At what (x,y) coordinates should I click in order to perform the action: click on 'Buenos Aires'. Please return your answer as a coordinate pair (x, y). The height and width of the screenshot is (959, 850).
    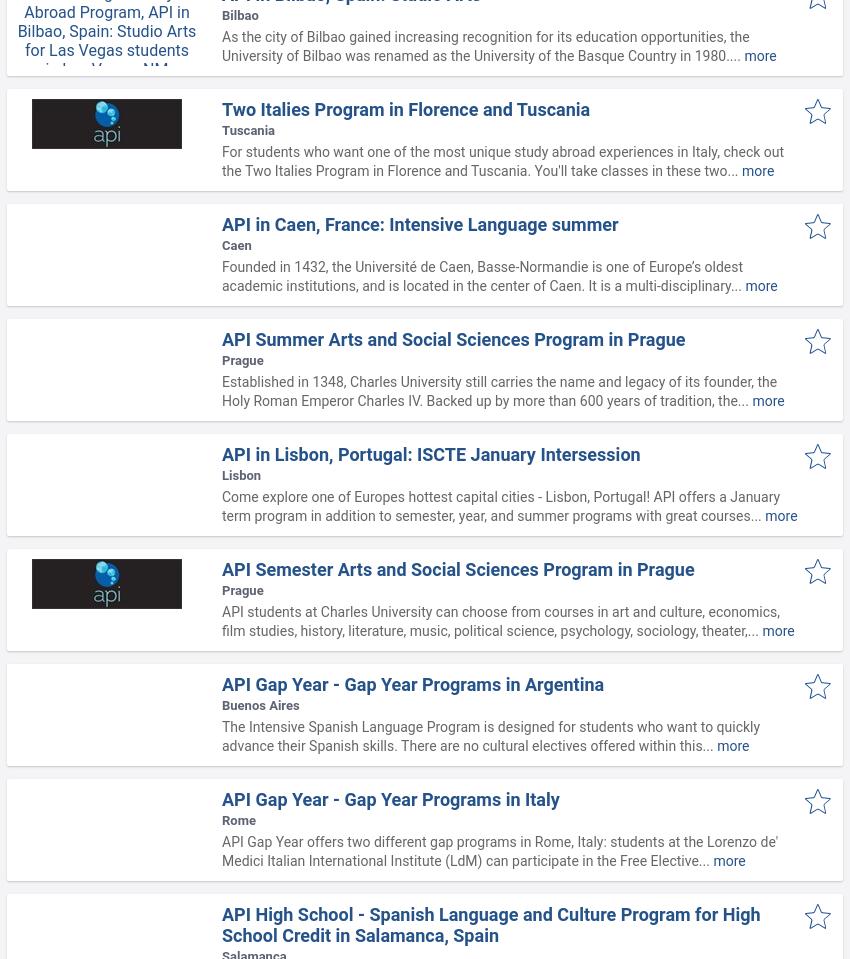
    Looking at the image, I should click on (259, 704).